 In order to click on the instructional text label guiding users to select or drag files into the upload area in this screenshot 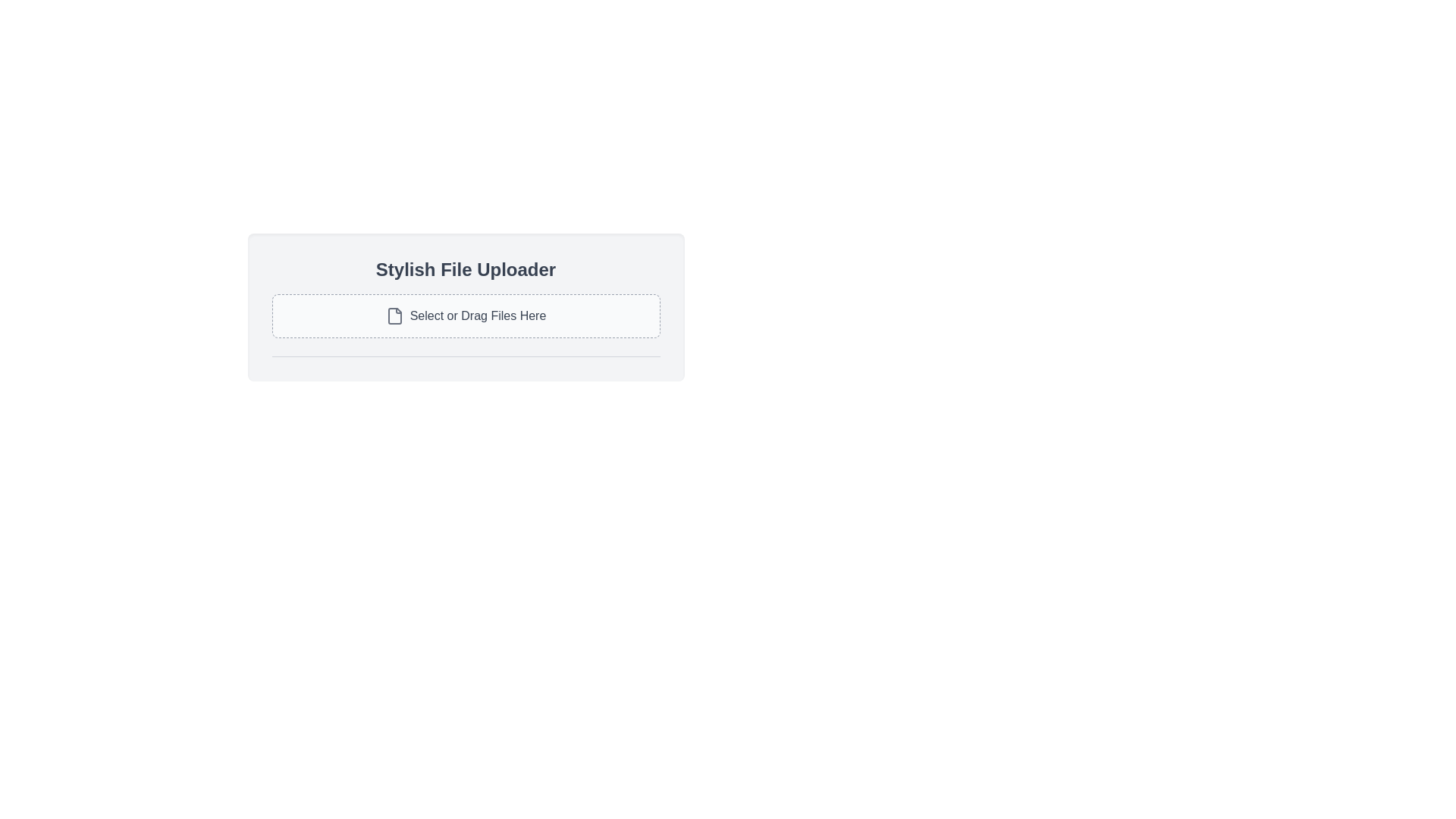, I will do `click(477, 315)`.